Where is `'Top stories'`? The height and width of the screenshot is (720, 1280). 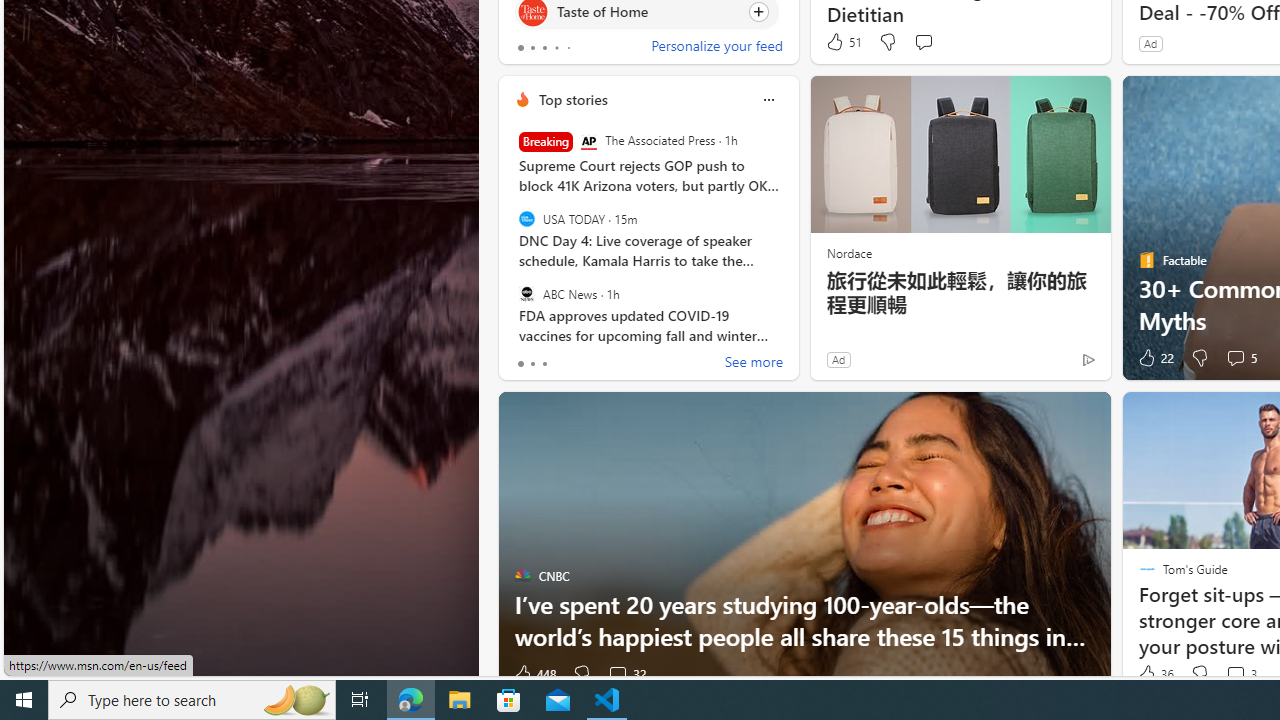 'Top stories' is located at coordinates (571, 99).